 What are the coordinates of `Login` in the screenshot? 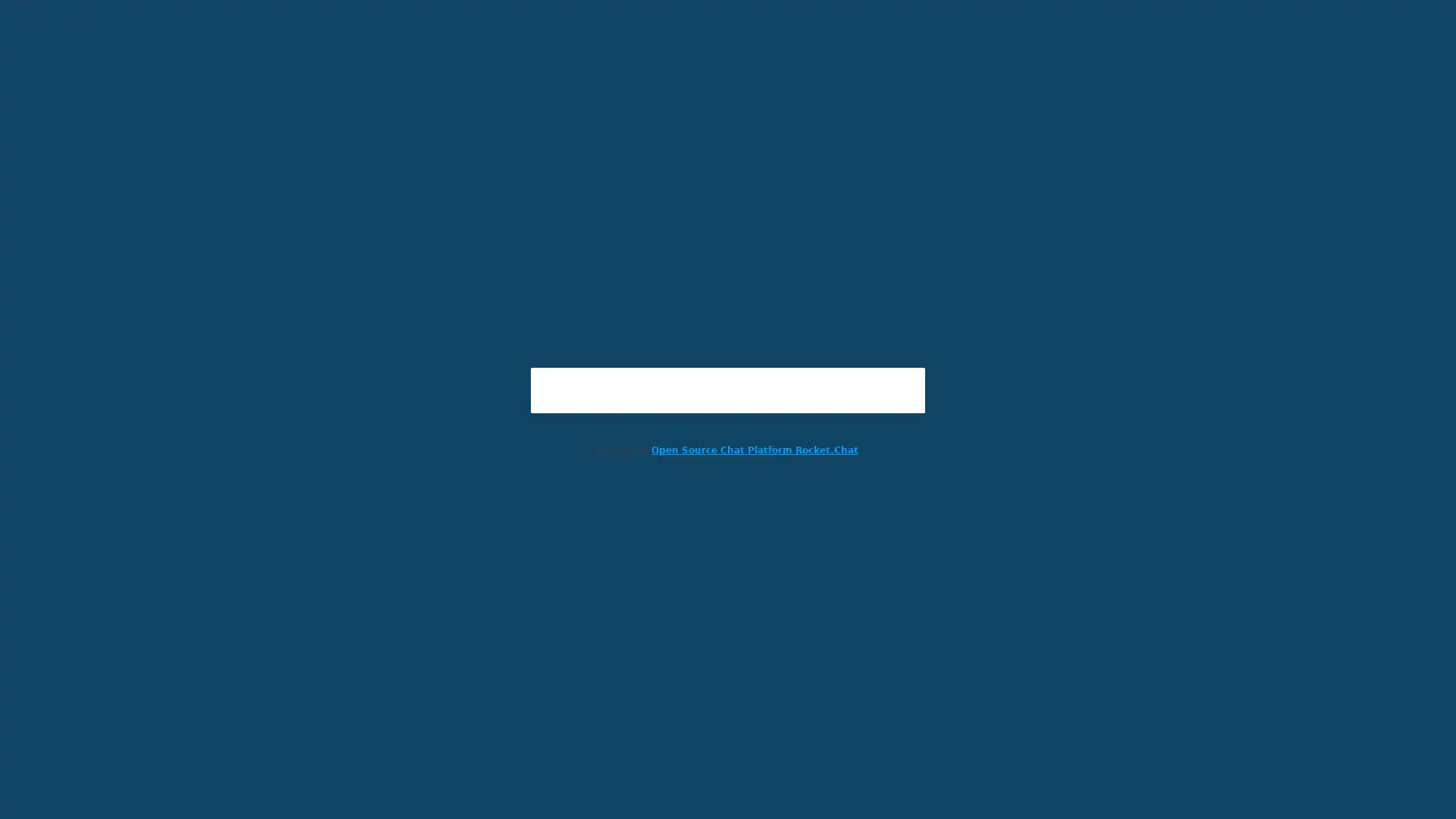 It's located at (728, 442).